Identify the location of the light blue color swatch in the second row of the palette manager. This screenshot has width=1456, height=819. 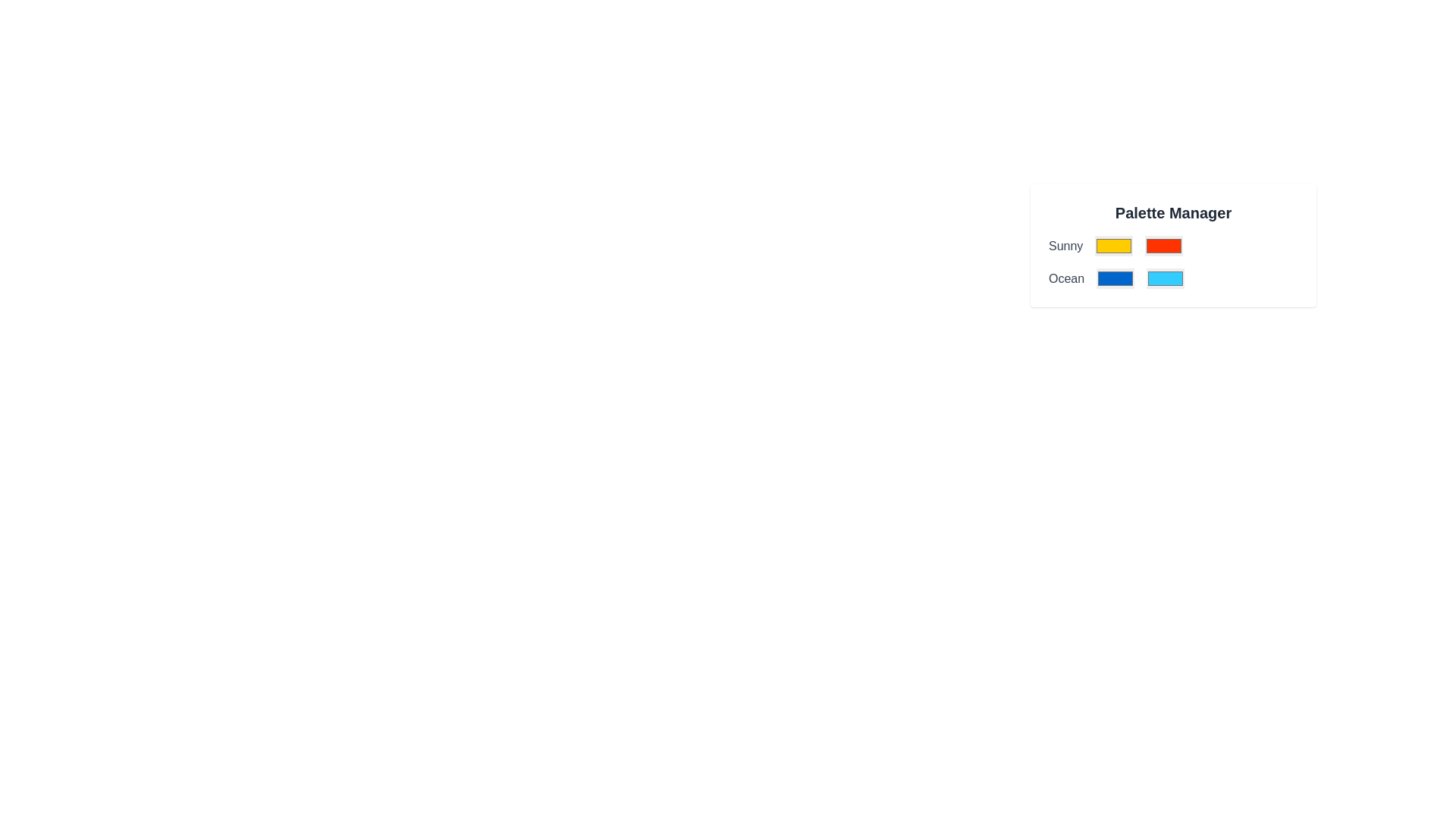
(1172, 271).